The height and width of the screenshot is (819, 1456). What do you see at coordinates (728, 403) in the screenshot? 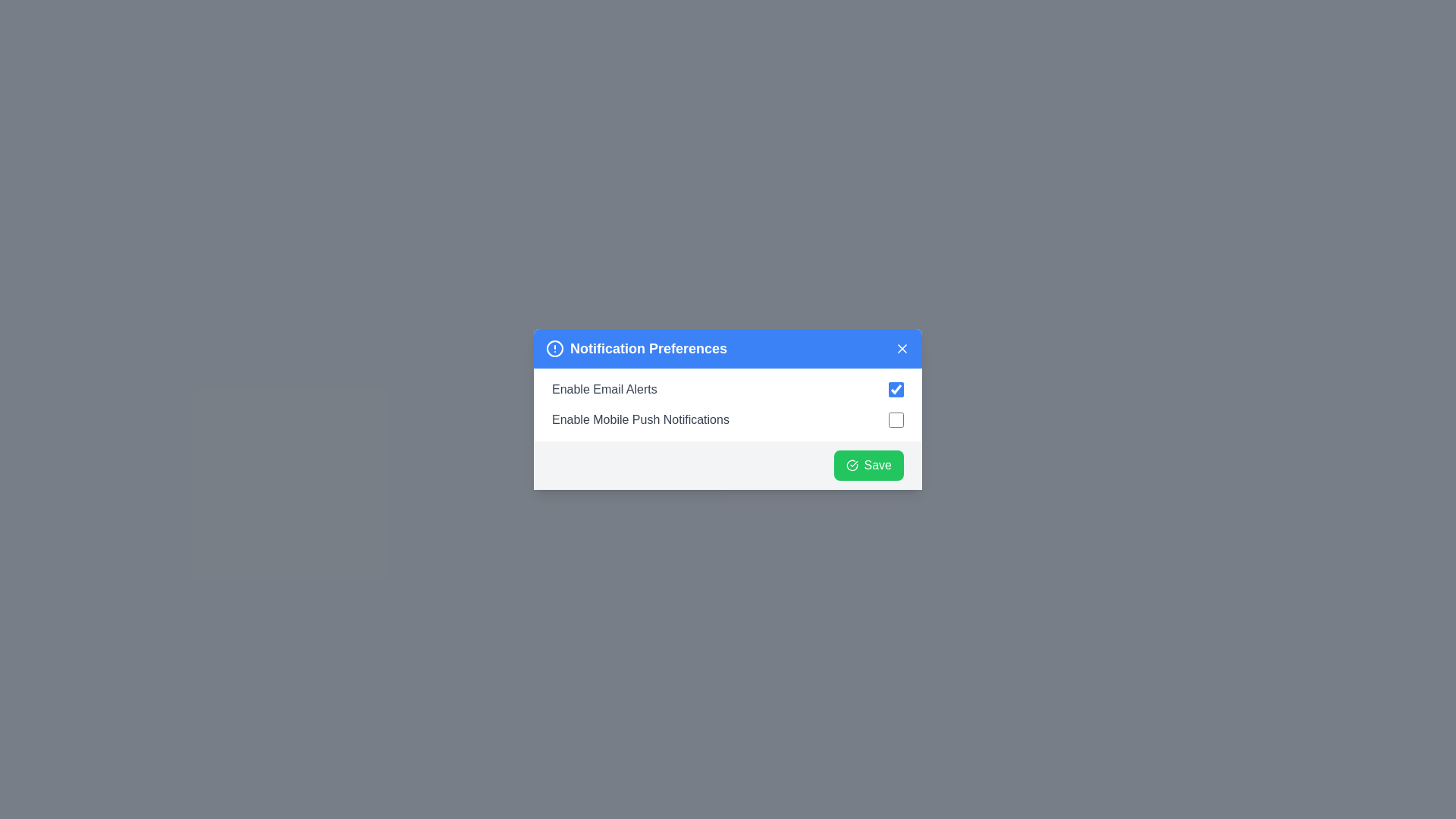
I see `the checkbox controls in the 'Notification Preferences' modal` at bounding box center [728, 403].